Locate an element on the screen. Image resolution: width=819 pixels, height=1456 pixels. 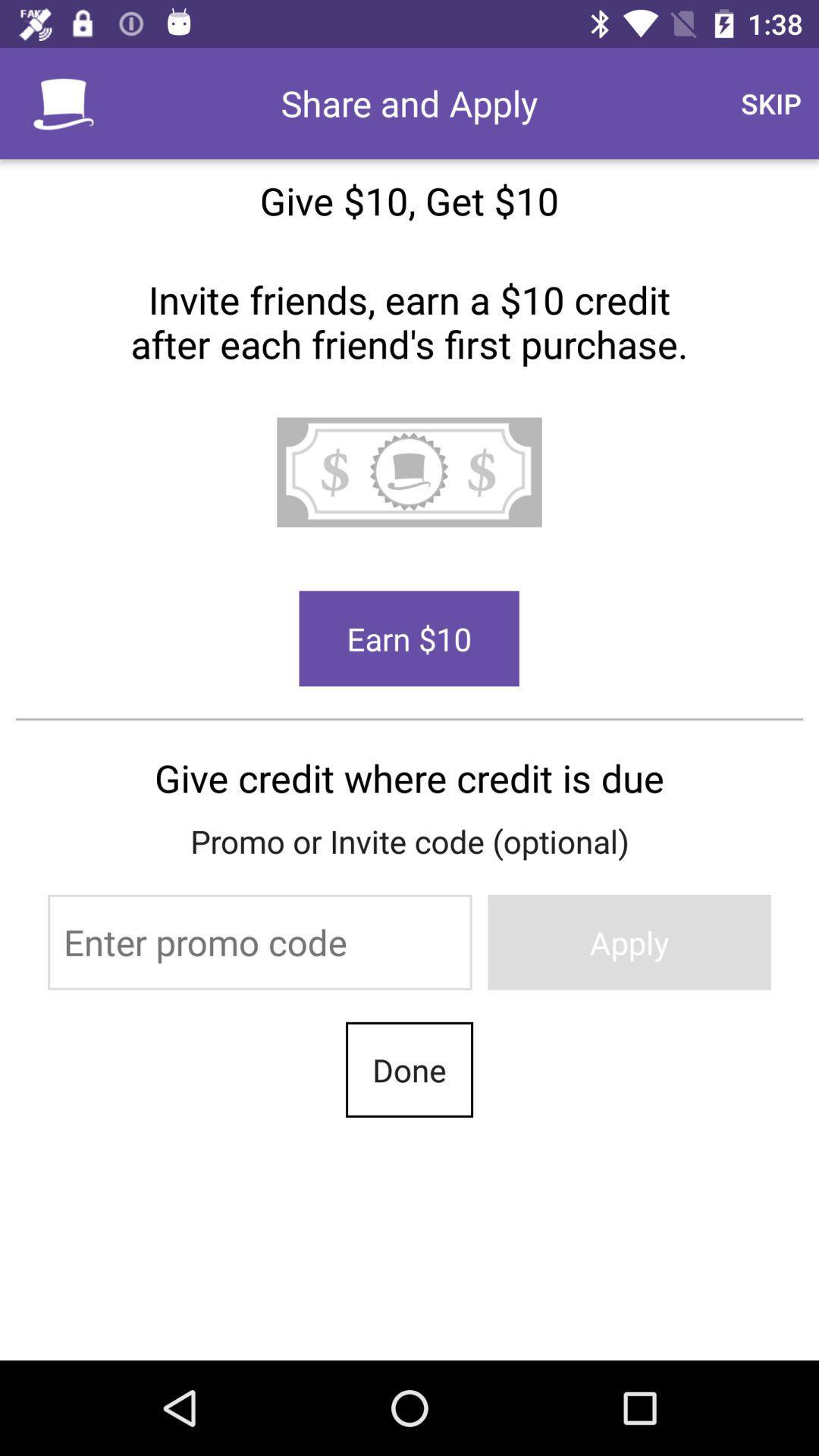
promo code field is located at coordinates (259, 941).